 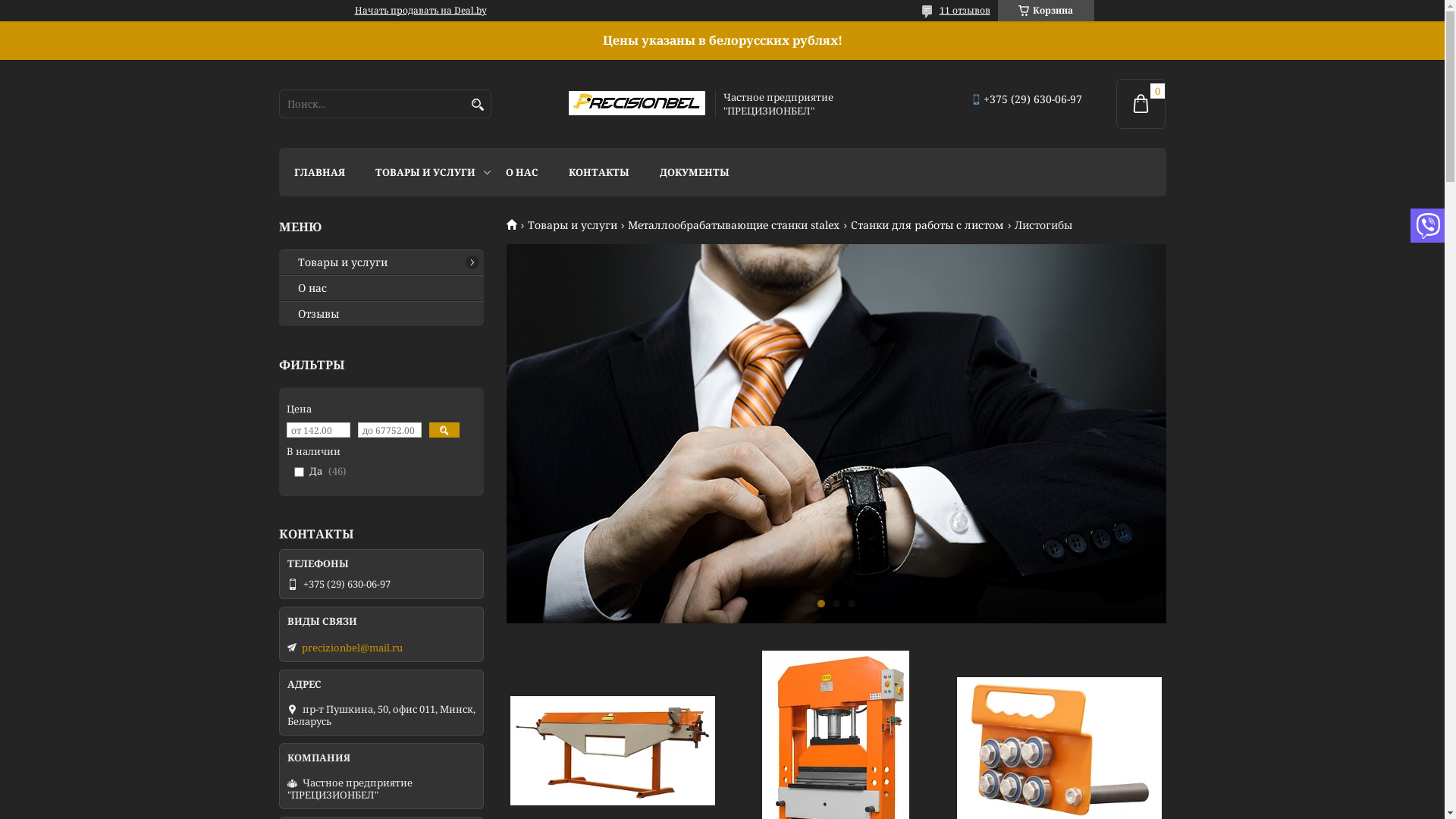 I want to click on 'precizionbel@mail.ru', so click(x=351, y=647).